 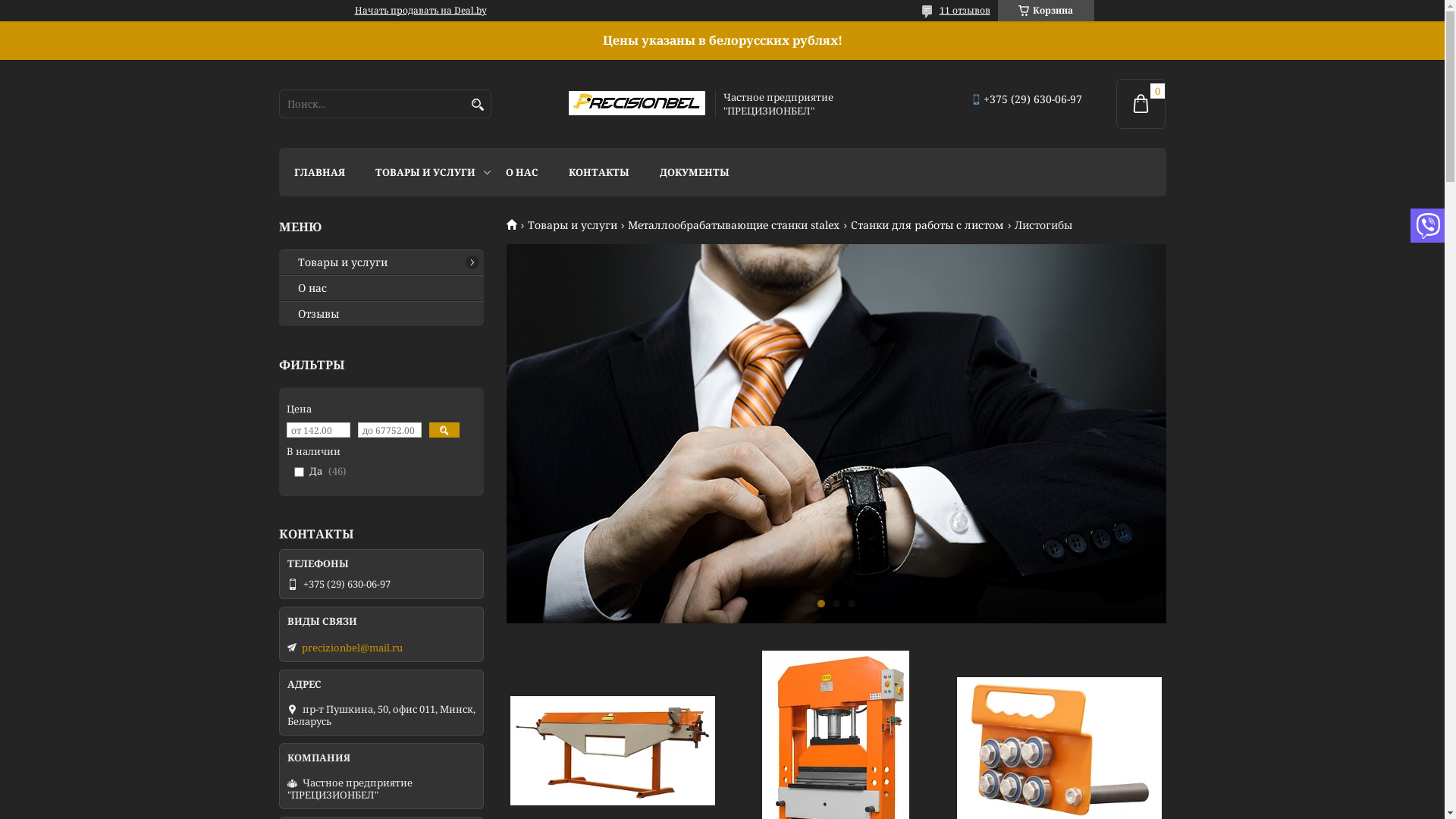 I want to click on 'precizionbel@mail.ru', so click(x=351, y=647).